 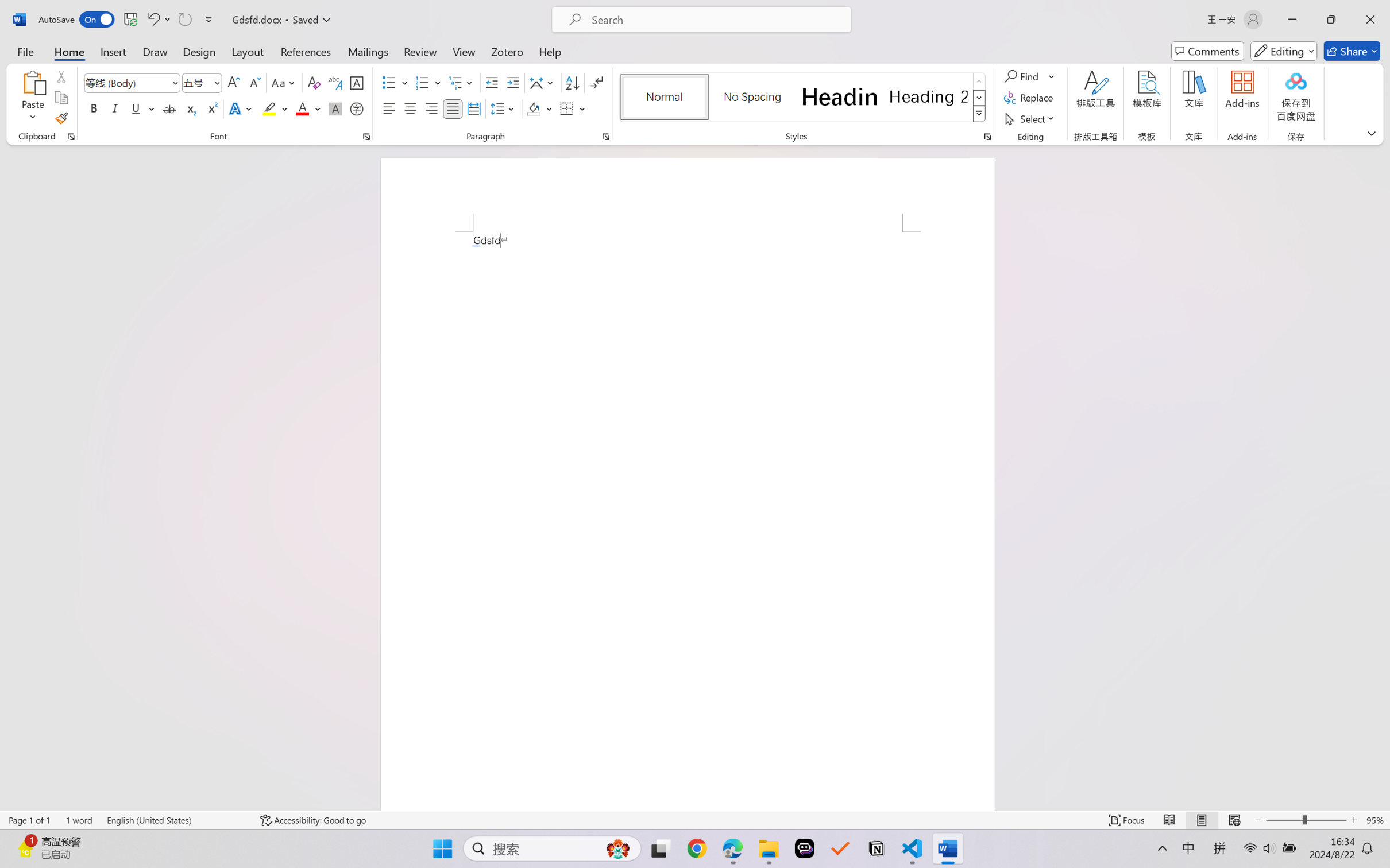 What do you see at coordinates (928, 96) in the screenshot?
I see `'Heading 2'` at bounding box center [928, 96].